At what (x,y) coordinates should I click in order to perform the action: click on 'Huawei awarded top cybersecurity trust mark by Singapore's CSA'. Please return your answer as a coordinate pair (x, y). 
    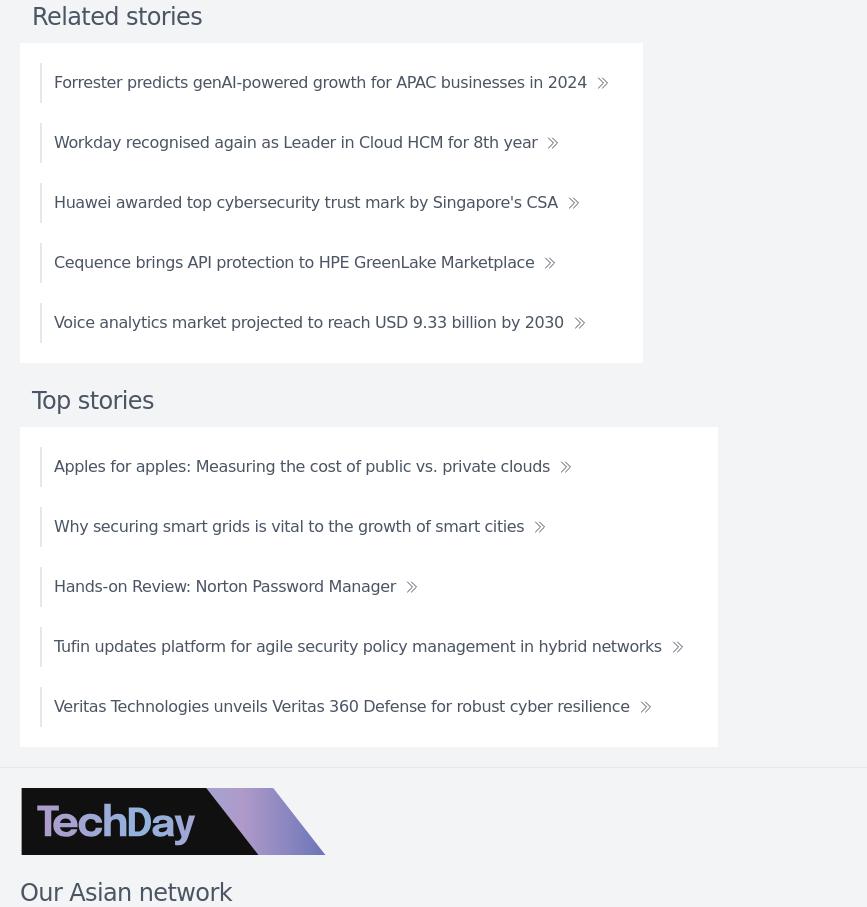
    Looking at the image, I should click on (305, 200).